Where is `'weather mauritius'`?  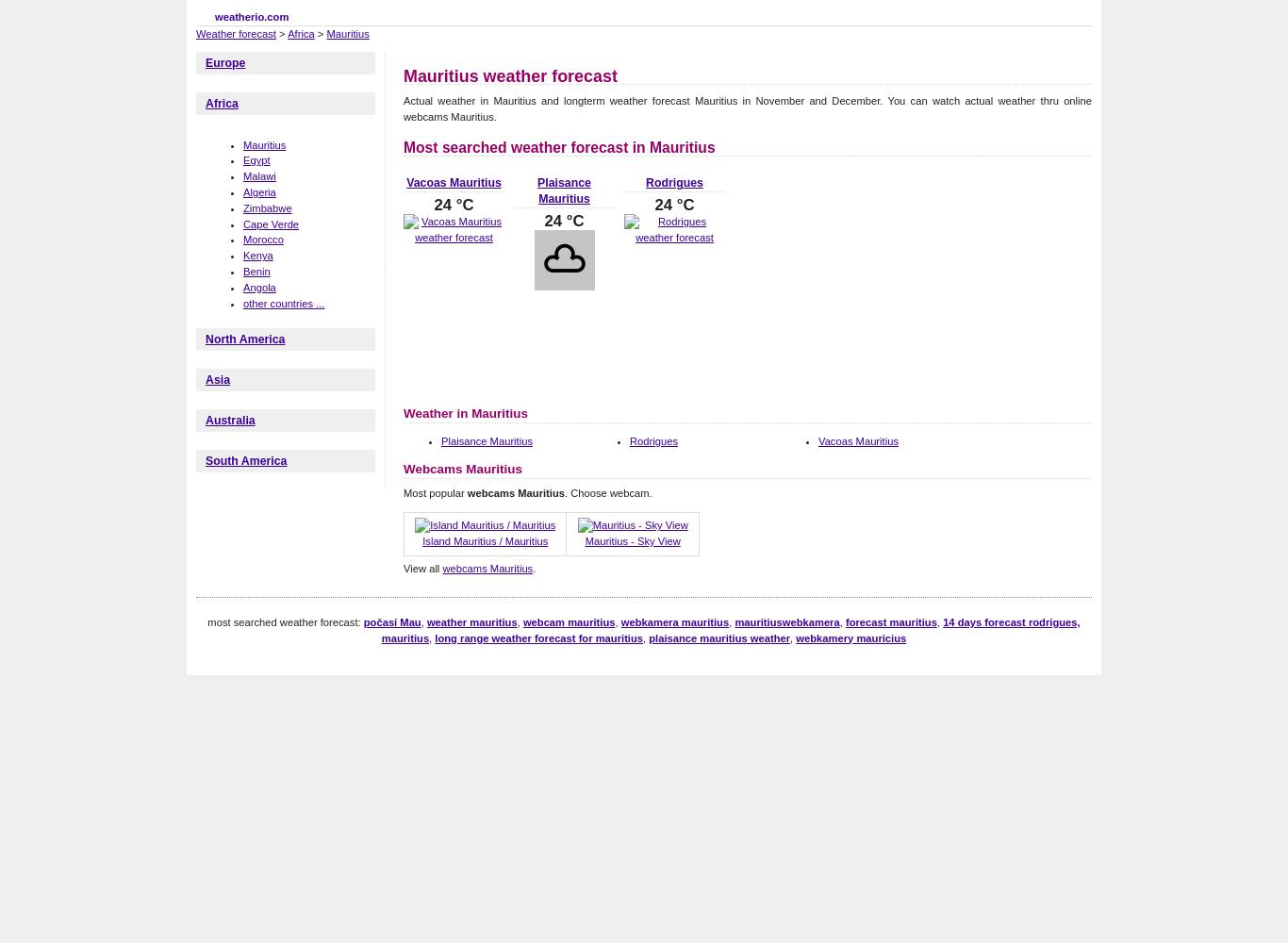 'weather mauritius' is located at coordinates (425, 621).